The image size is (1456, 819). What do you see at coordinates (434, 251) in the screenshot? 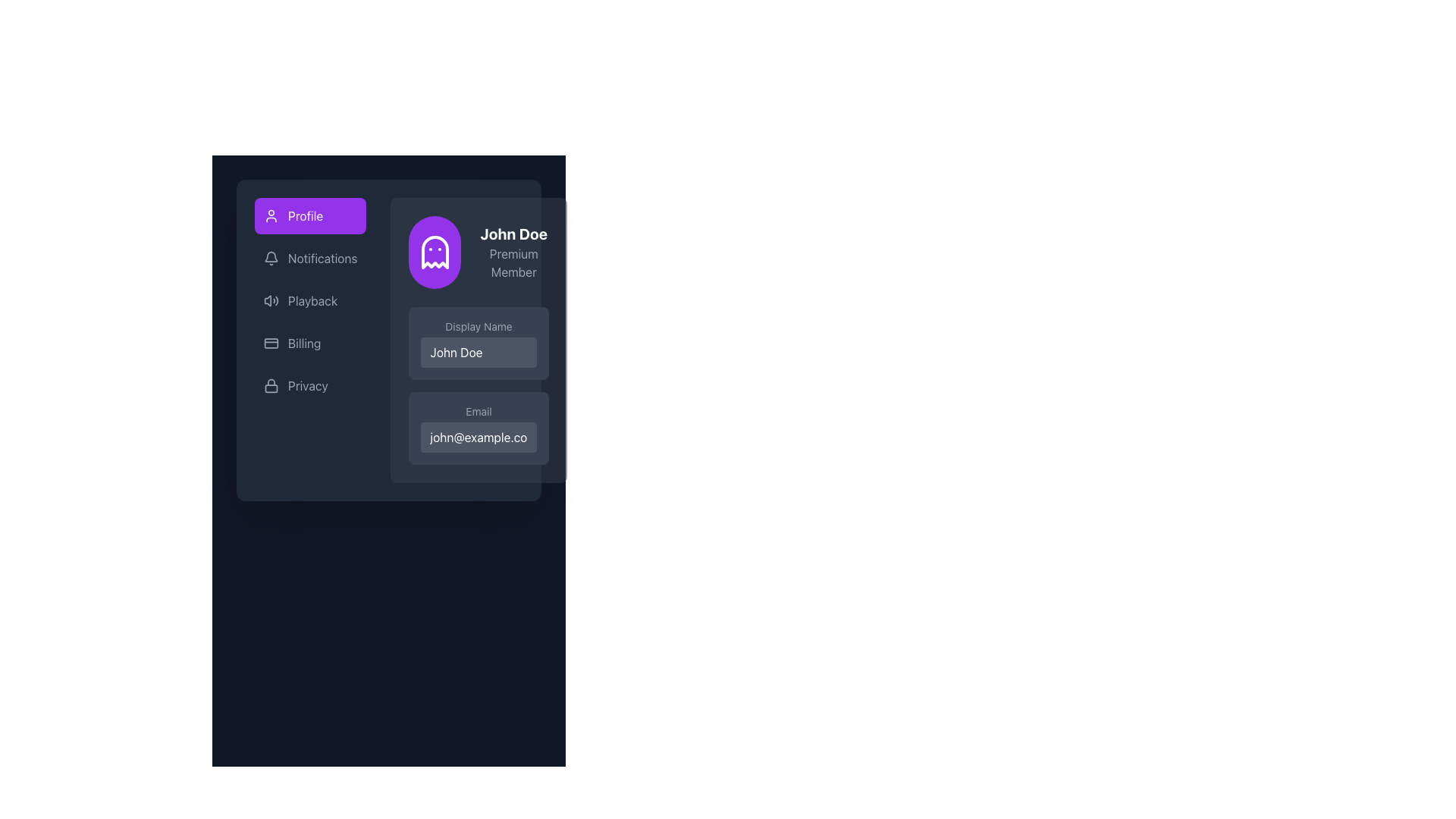
I see `the profile icon SVG graphic located in the top-left corner of the right-side section of the display card, which is part of the profile display box` at bounding box center [434, 251].